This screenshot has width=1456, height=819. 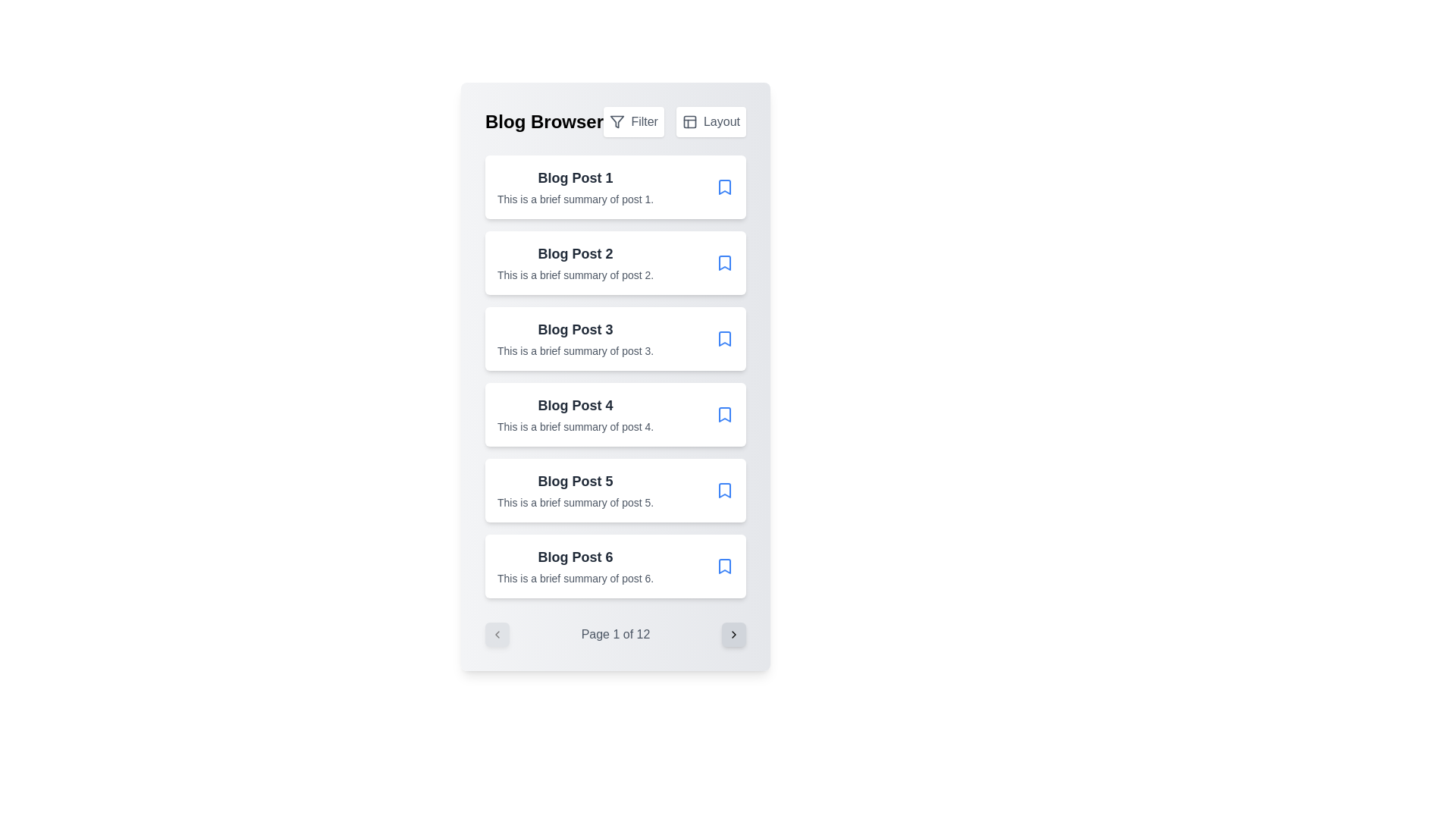 What do you see at coordinates (575, 198) in the screenshot?
I see `the text element that provides a brief summary of the blog post titled 'Blog Post 1', positioned below the title in the first card` at bounding box center [575, 198].